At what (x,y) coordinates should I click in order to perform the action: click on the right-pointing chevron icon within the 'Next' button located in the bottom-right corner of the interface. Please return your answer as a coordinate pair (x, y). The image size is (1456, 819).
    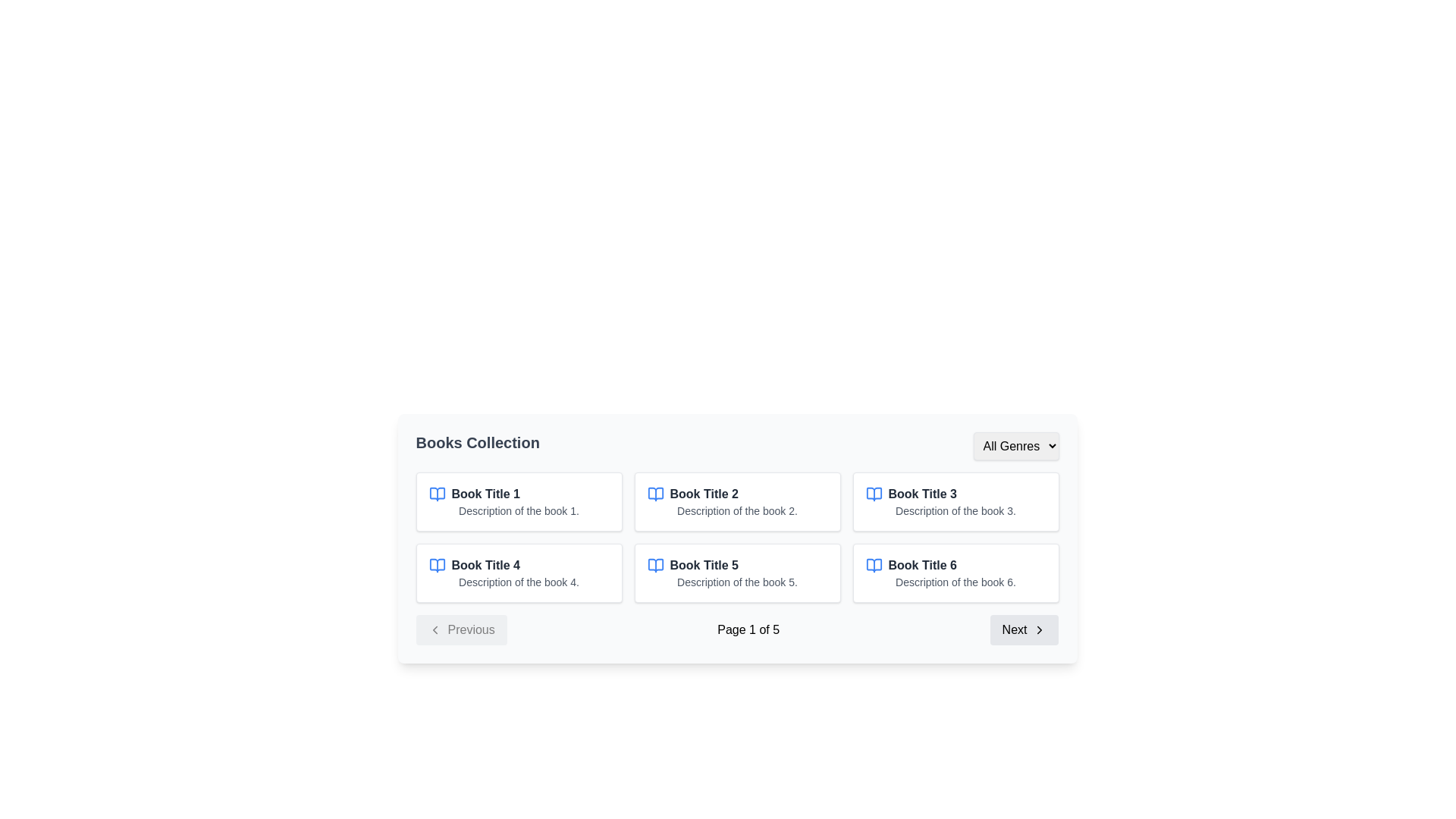
    Looking at the image, I should click on (1039, 629).